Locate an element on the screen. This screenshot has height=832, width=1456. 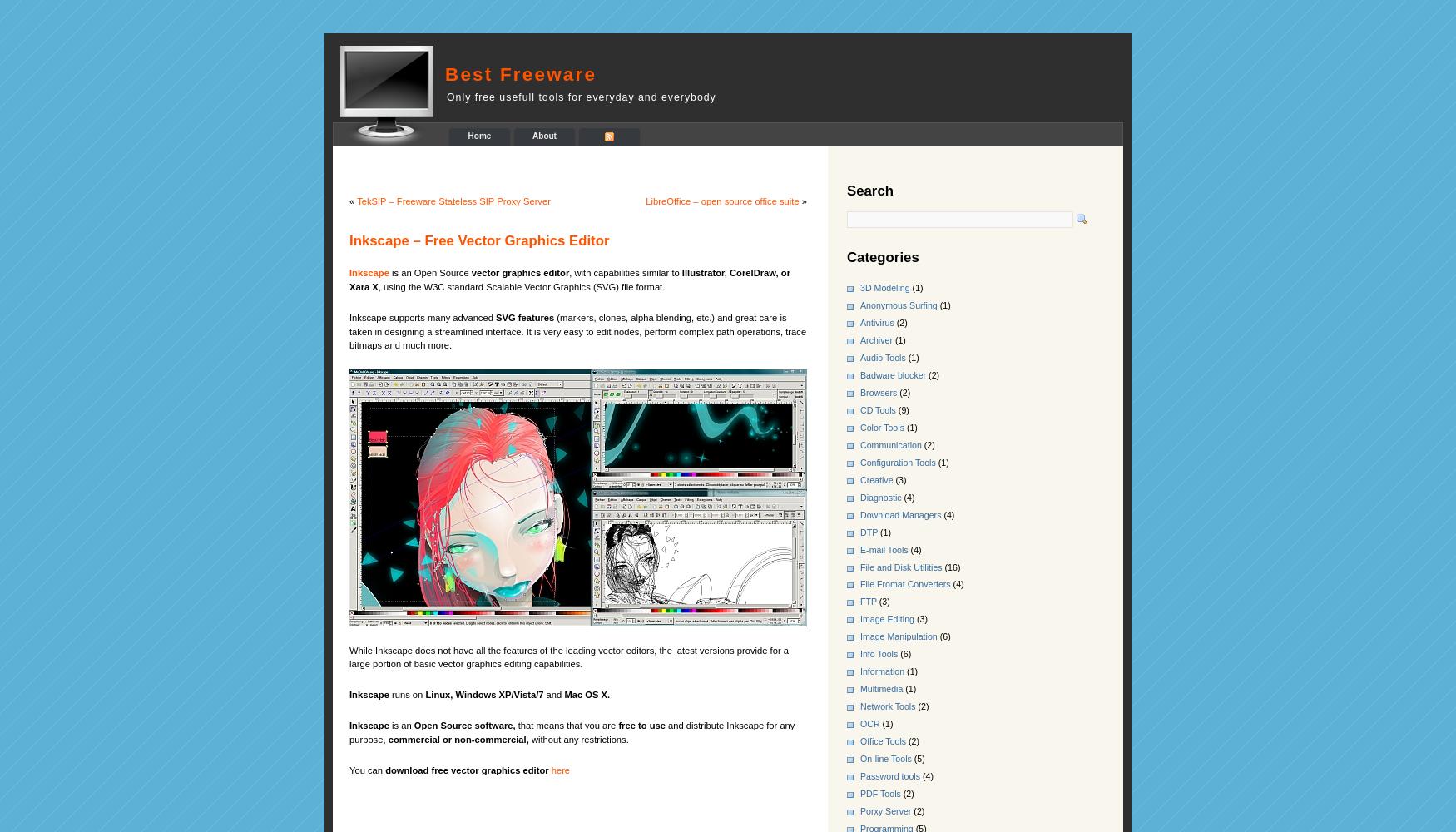
'Information' is located at coordinates (881, 671).